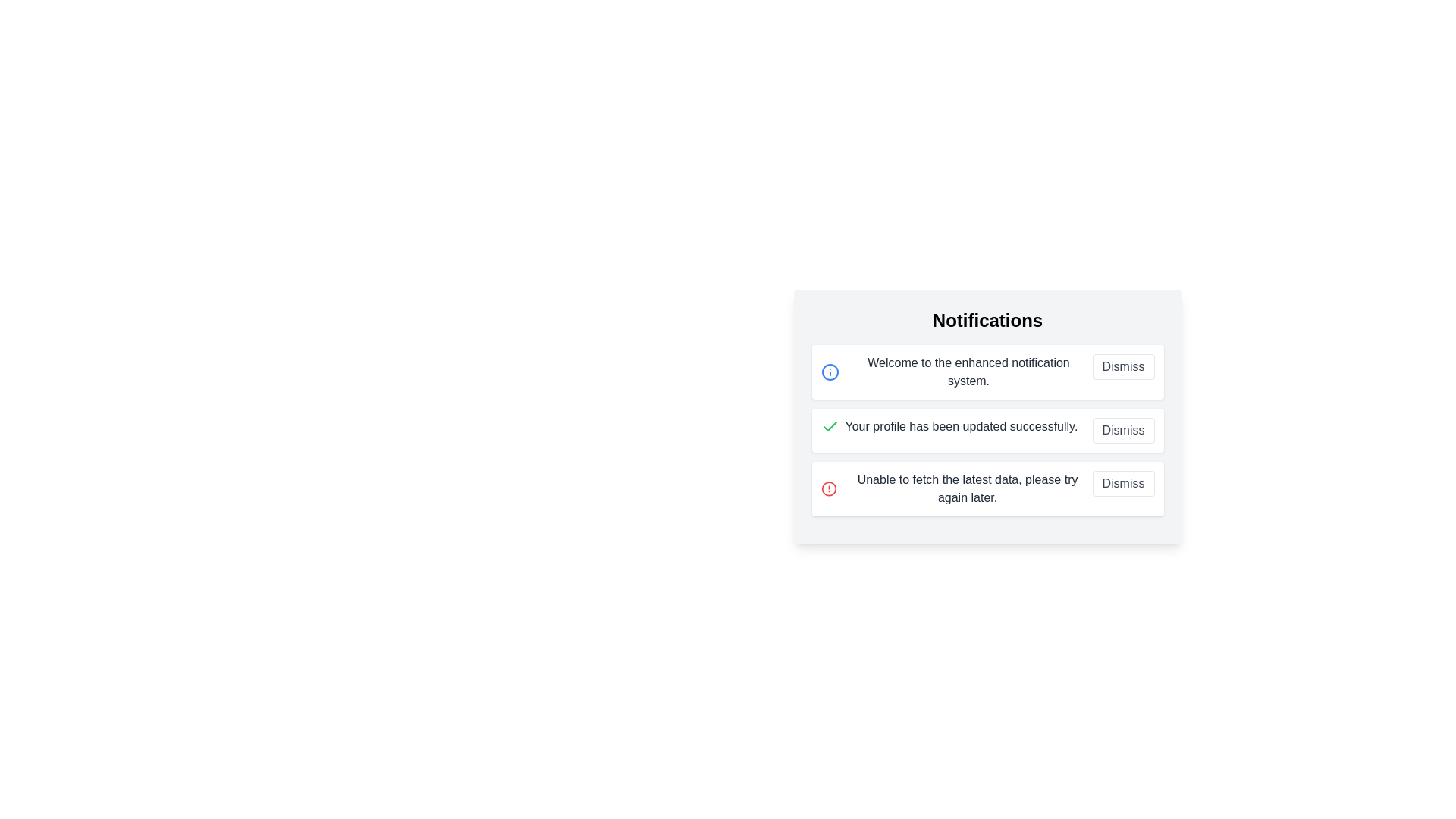  What do you see at coordinates (1123, 366) in the screenshot?
I see `the 'Dismiss' button with a gray border and rounded corners located in the top-right corner adjacent to the notification text` at bounding box center [1123, 366].